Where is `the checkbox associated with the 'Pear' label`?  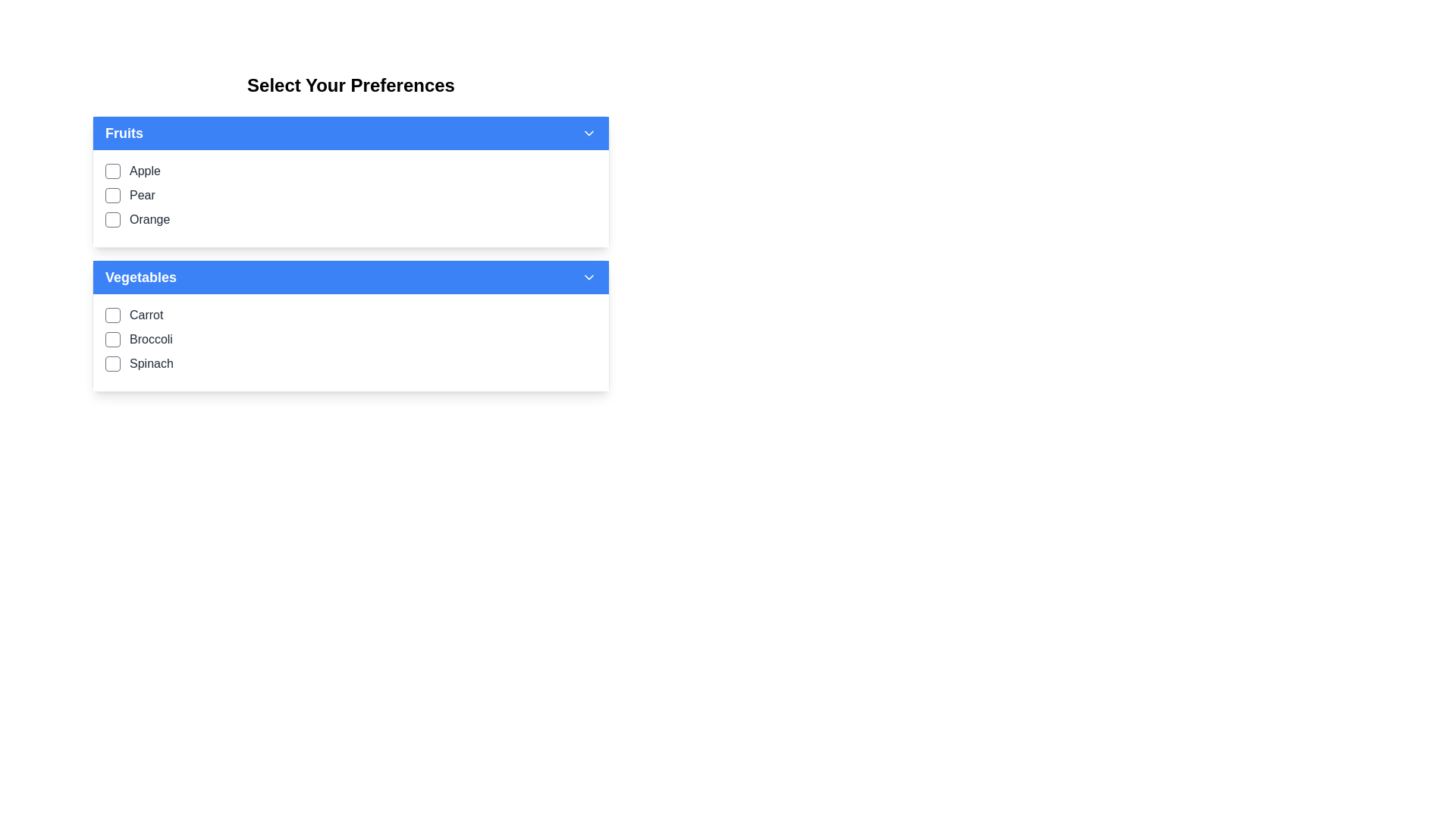
the checkbox associated with the 'Pear' label is located at coordinates (142, 195).